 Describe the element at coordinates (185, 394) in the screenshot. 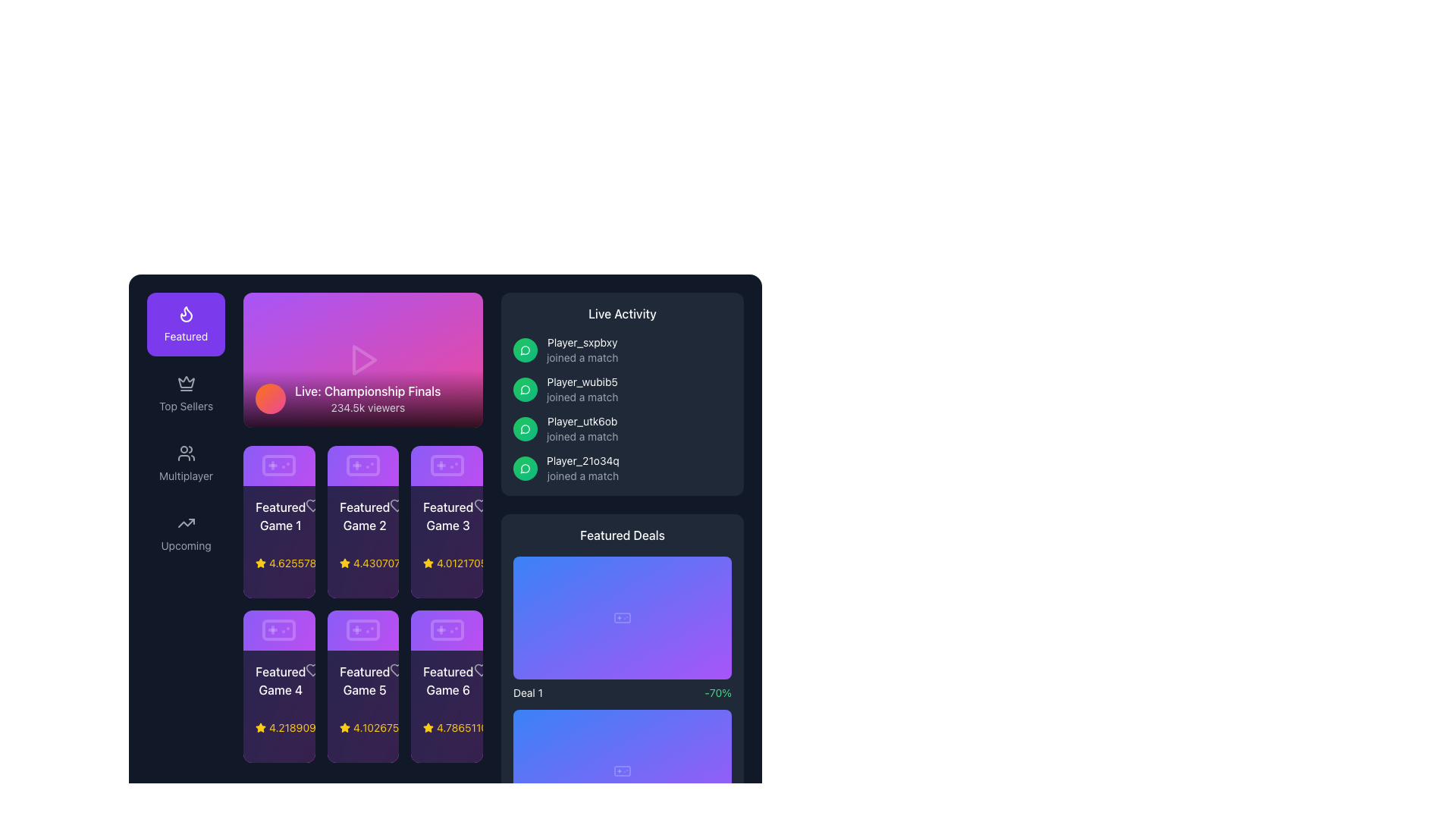

I see `the 'Top Sellers' button, which is a rectangular button with a dark background and a crown icon` at that location.